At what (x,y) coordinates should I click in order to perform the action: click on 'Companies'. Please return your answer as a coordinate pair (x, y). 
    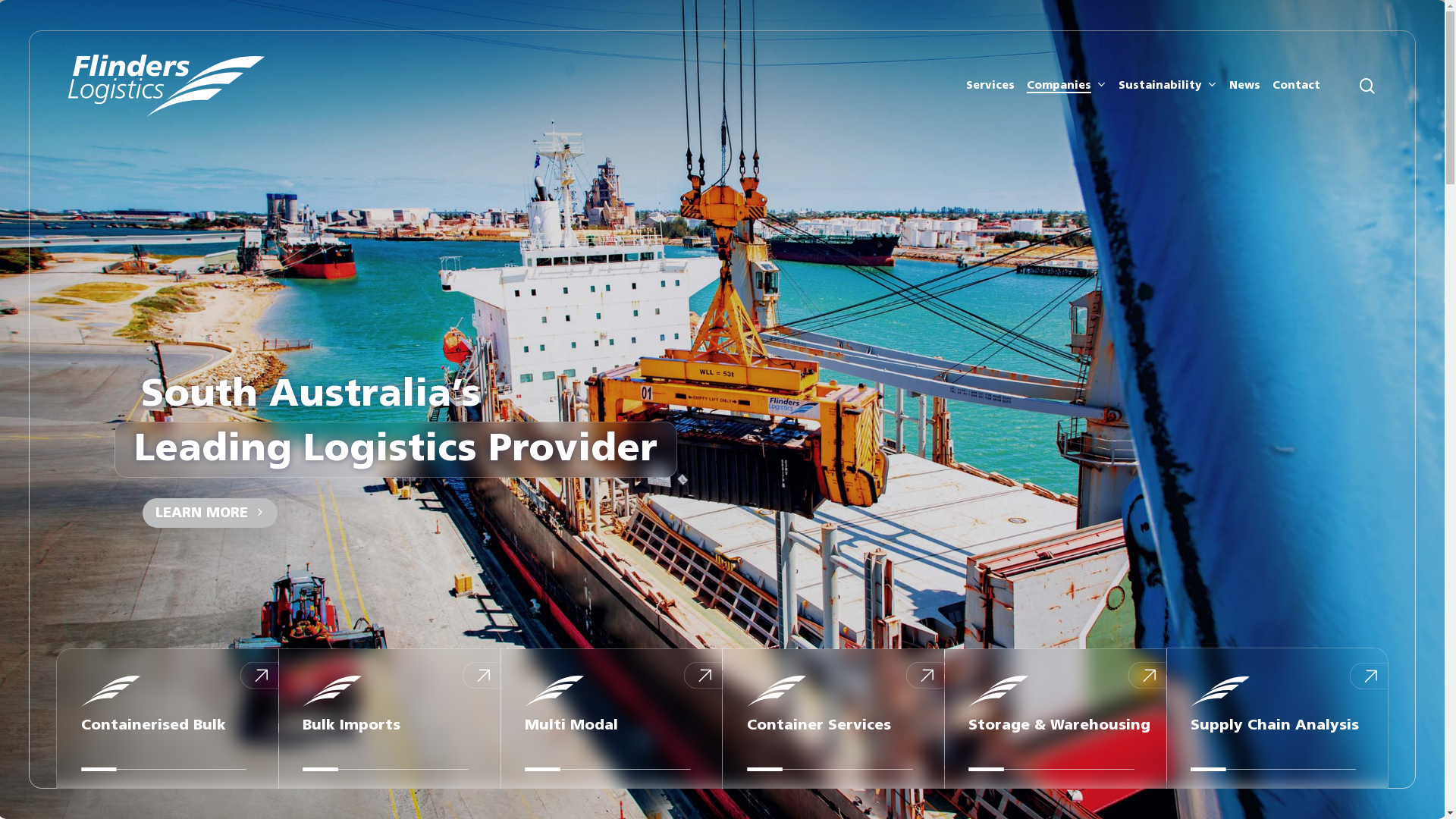
    Looking at the image, I should click on (1065, 85).